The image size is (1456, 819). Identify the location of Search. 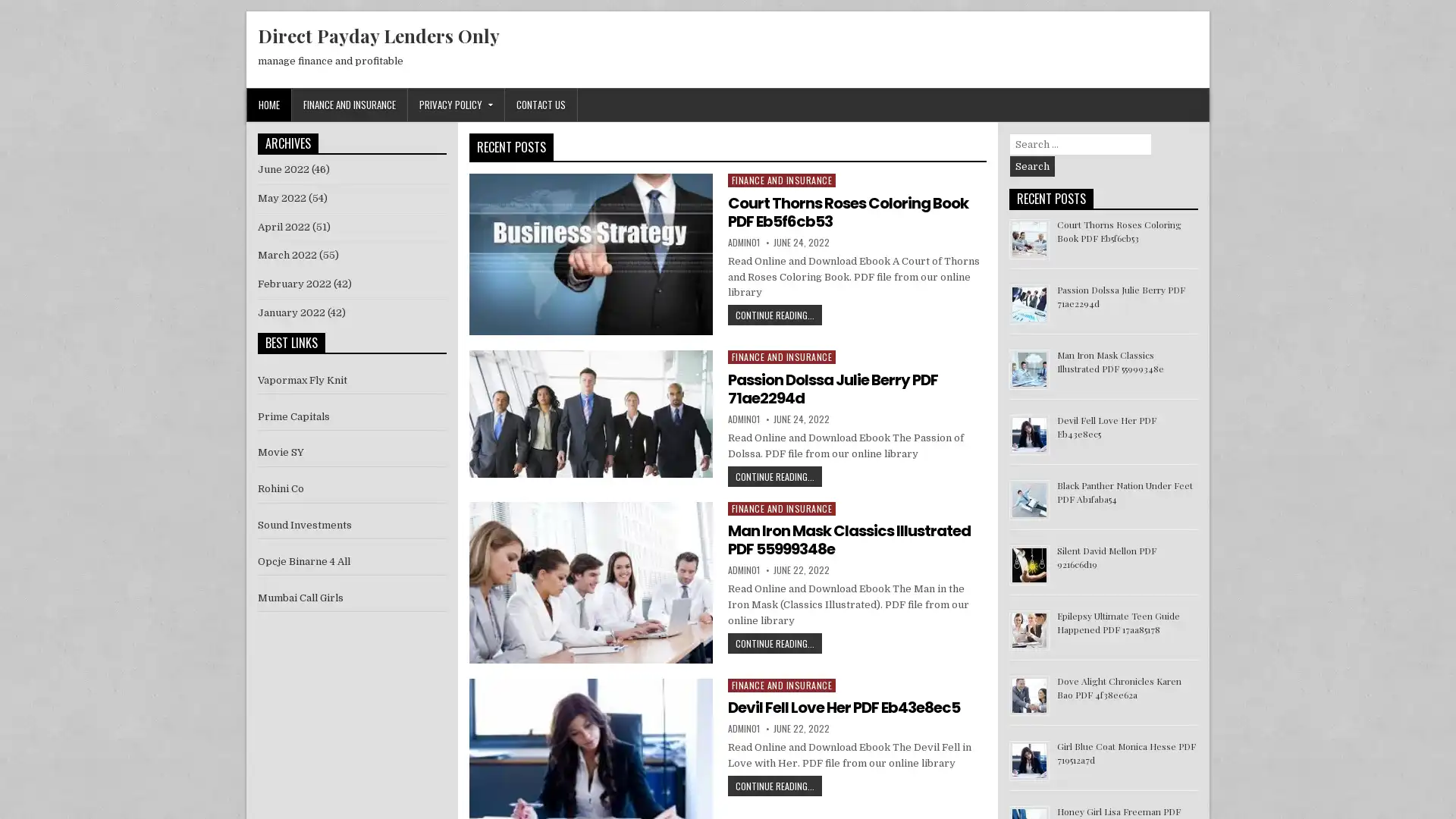
(1031, 166).